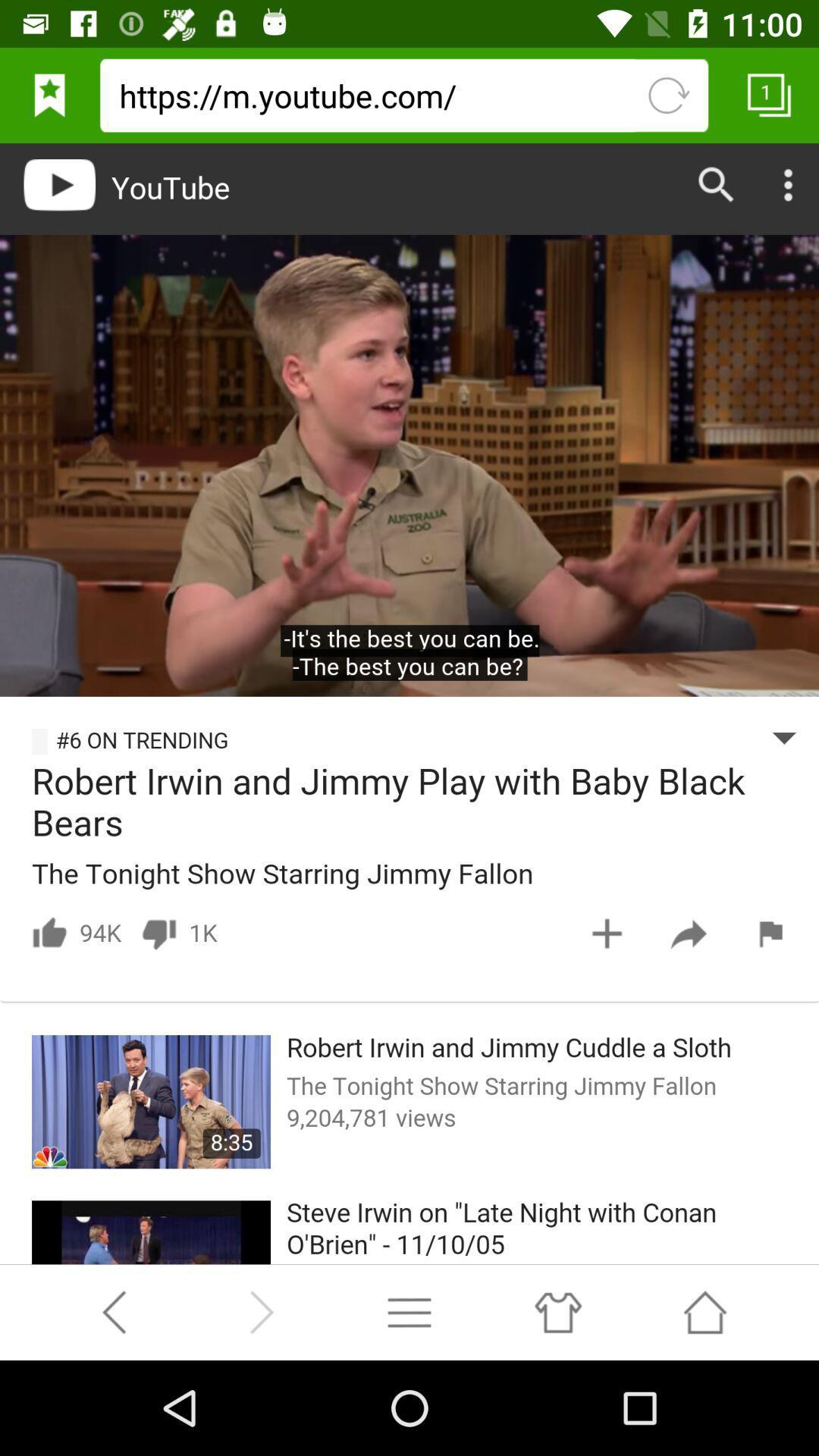  Describe the element at coordinates (409, 1404) in the screenshot. I see `the menu icon` at that location.